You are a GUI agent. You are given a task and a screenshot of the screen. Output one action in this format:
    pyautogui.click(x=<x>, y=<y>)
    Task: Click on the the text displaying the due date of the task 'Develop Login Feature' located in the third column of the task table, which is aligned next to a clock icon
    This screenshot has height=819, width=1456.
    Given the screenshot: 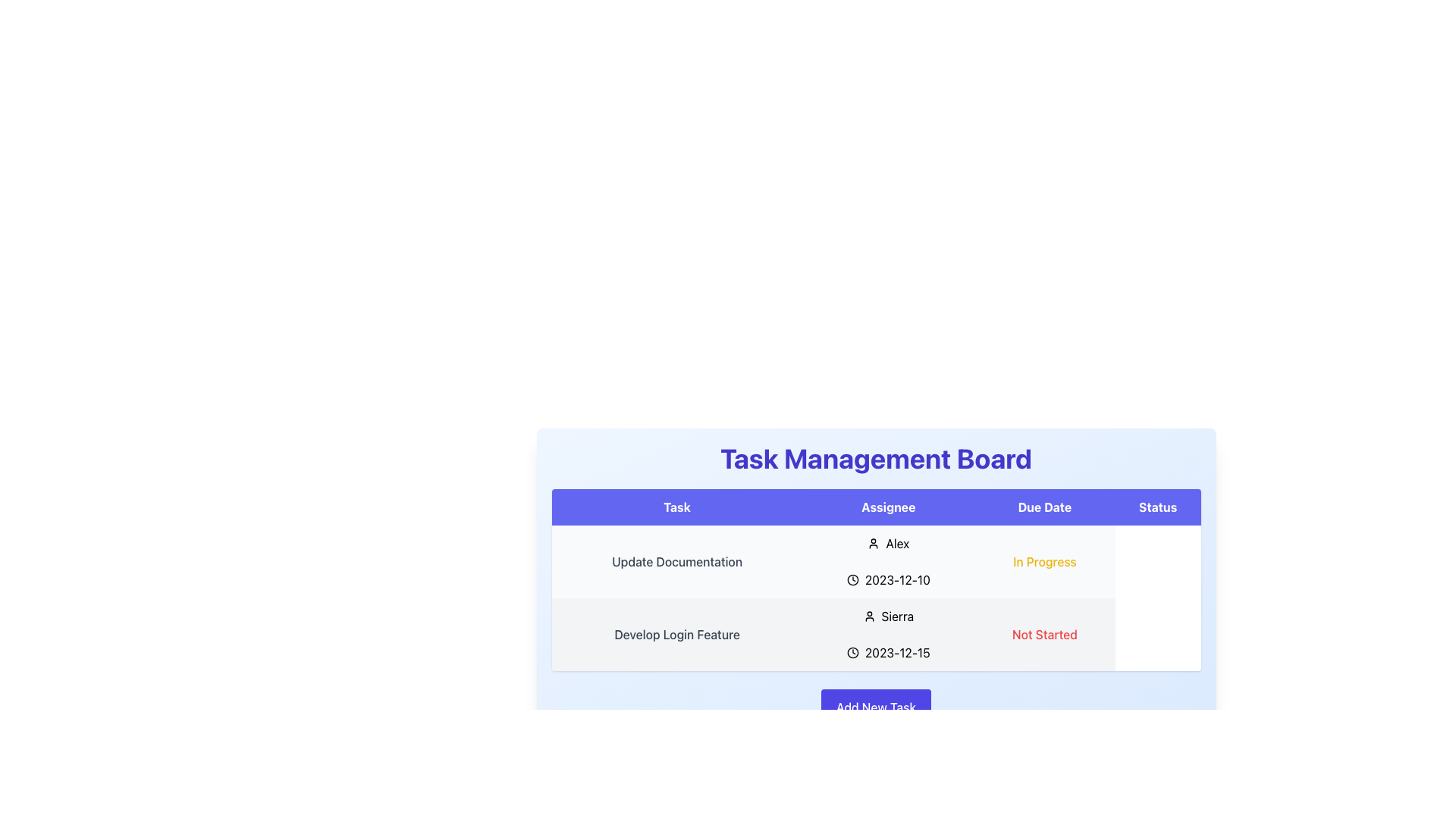 What is the action you would take?
    pyautogui.click(x=897, y=651)
    